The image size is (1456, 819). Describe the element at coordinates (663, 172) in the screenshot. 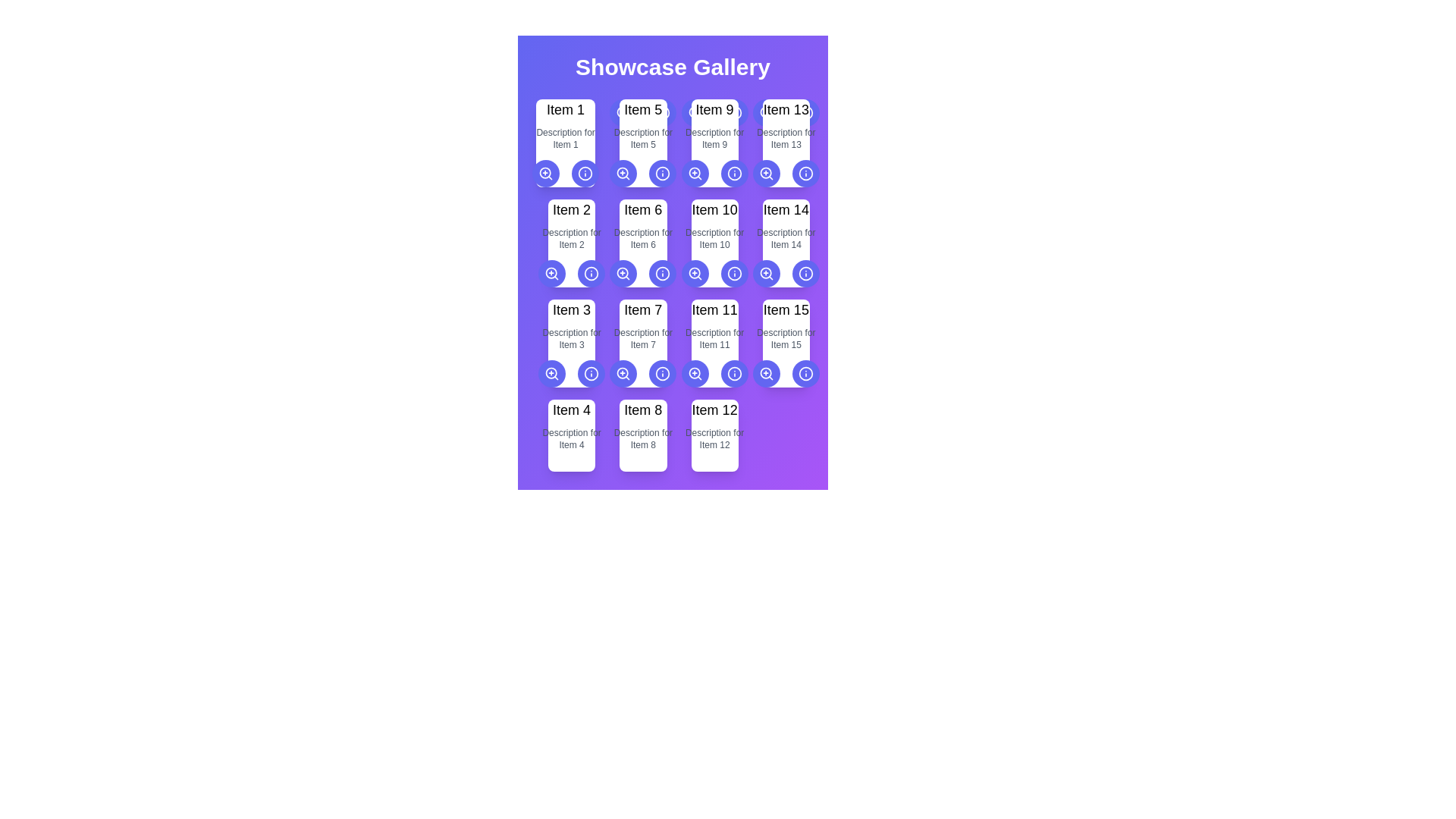

I see `the second button located to the right of the magnifying glass icon button in the card associated with 'Item 5'` at that location.